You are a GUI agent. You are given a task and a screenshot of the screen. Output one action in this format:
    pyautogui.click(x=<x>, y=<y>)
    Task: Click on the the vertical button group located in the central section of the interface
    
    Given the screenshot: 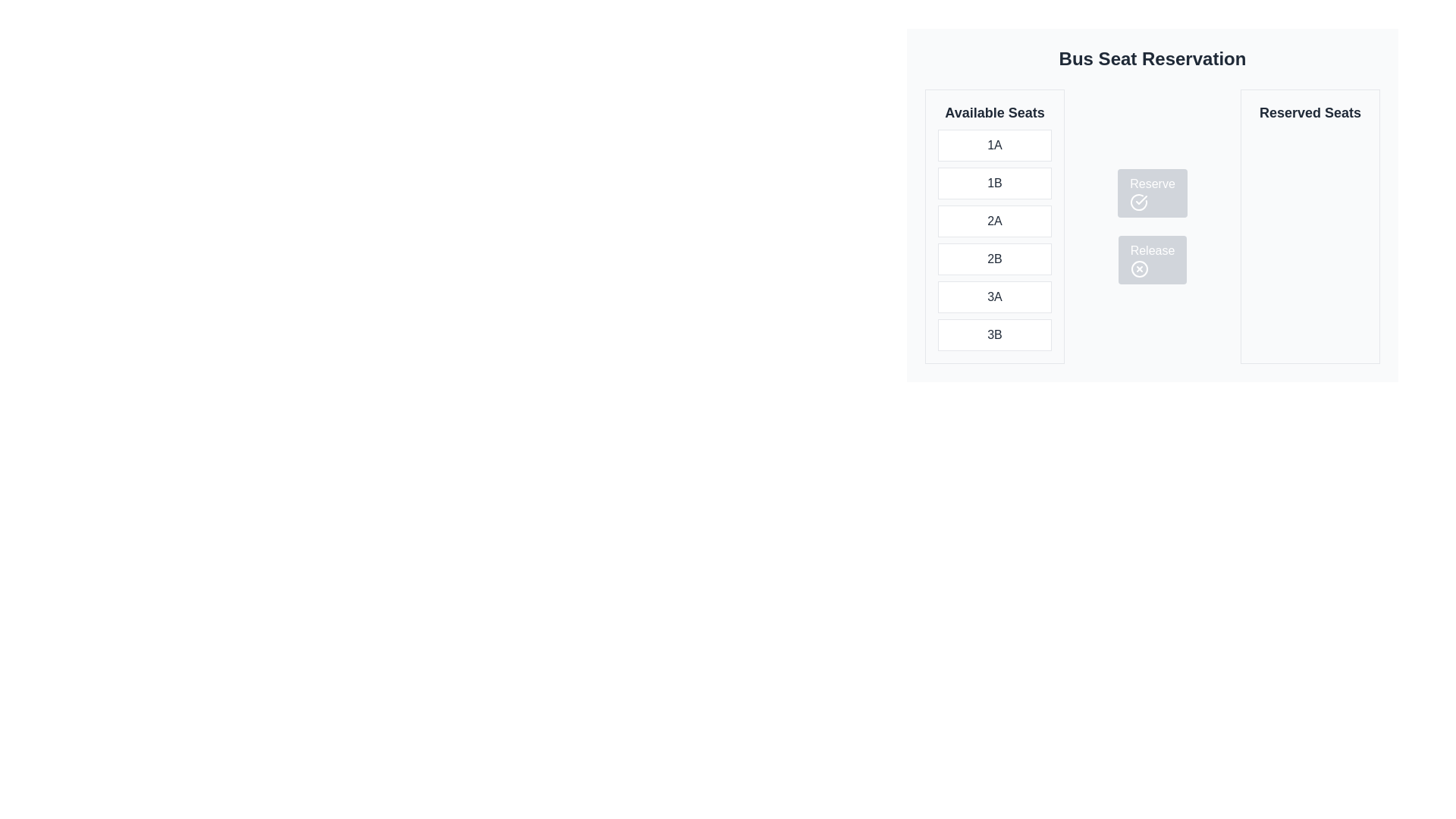 What is the action you would take?
    pyautogui.click(x=1153, y=227)
    